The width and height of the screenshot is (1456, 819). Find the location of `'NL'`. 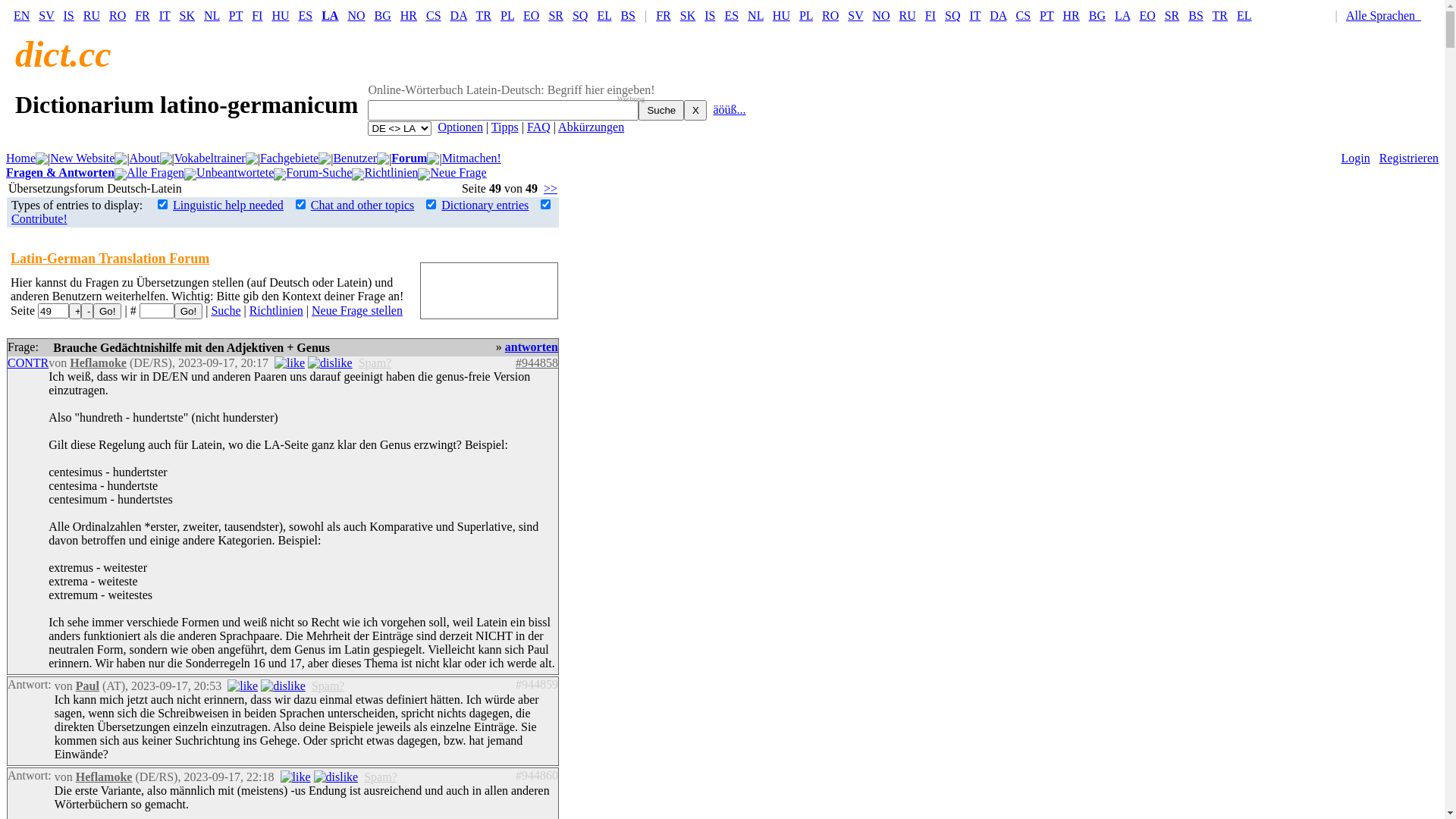

'NL' is located at coordinates (755, 15).